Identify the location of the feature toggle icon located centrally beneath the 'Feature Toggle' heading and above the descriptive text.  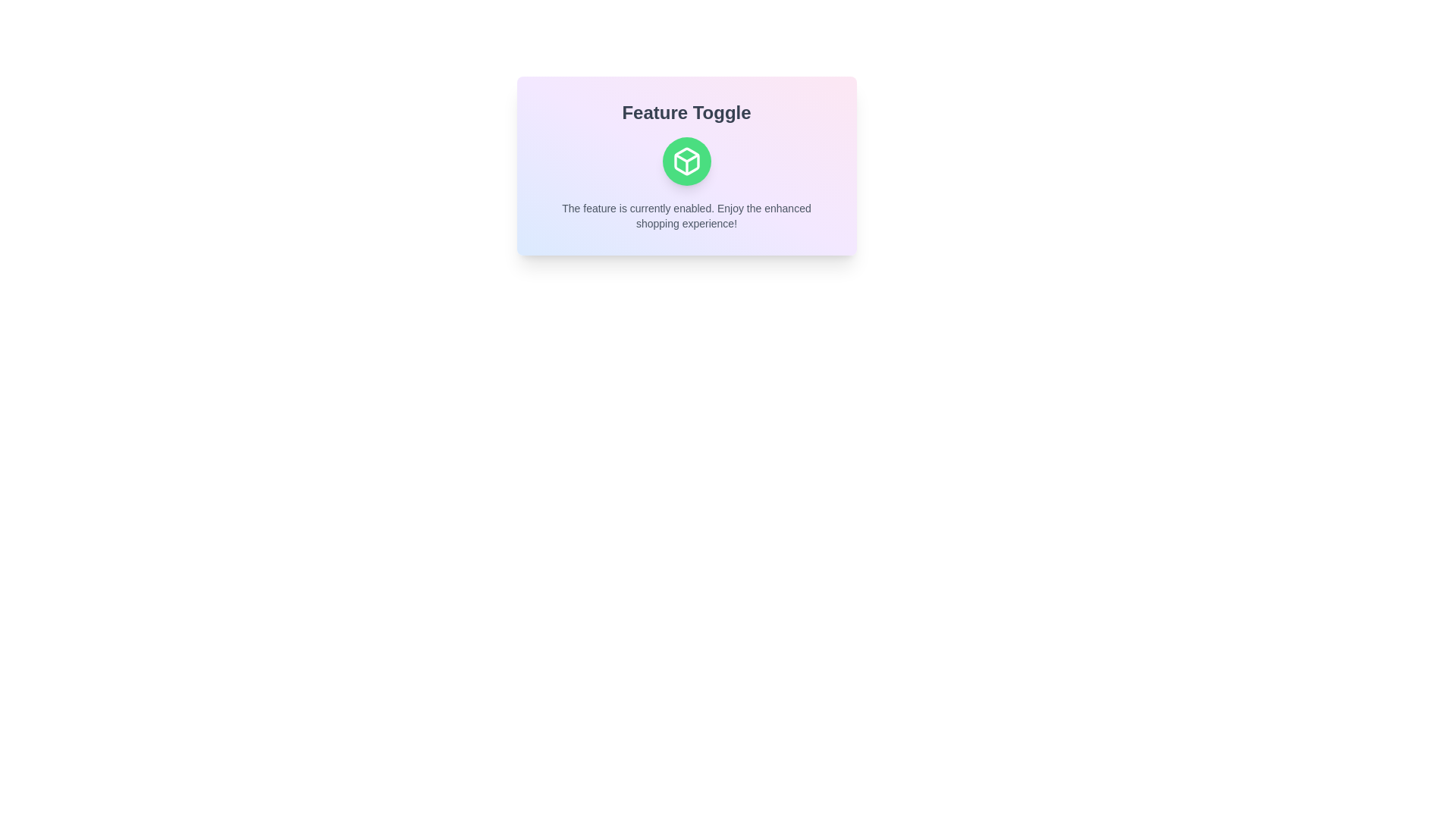
(686, 166).